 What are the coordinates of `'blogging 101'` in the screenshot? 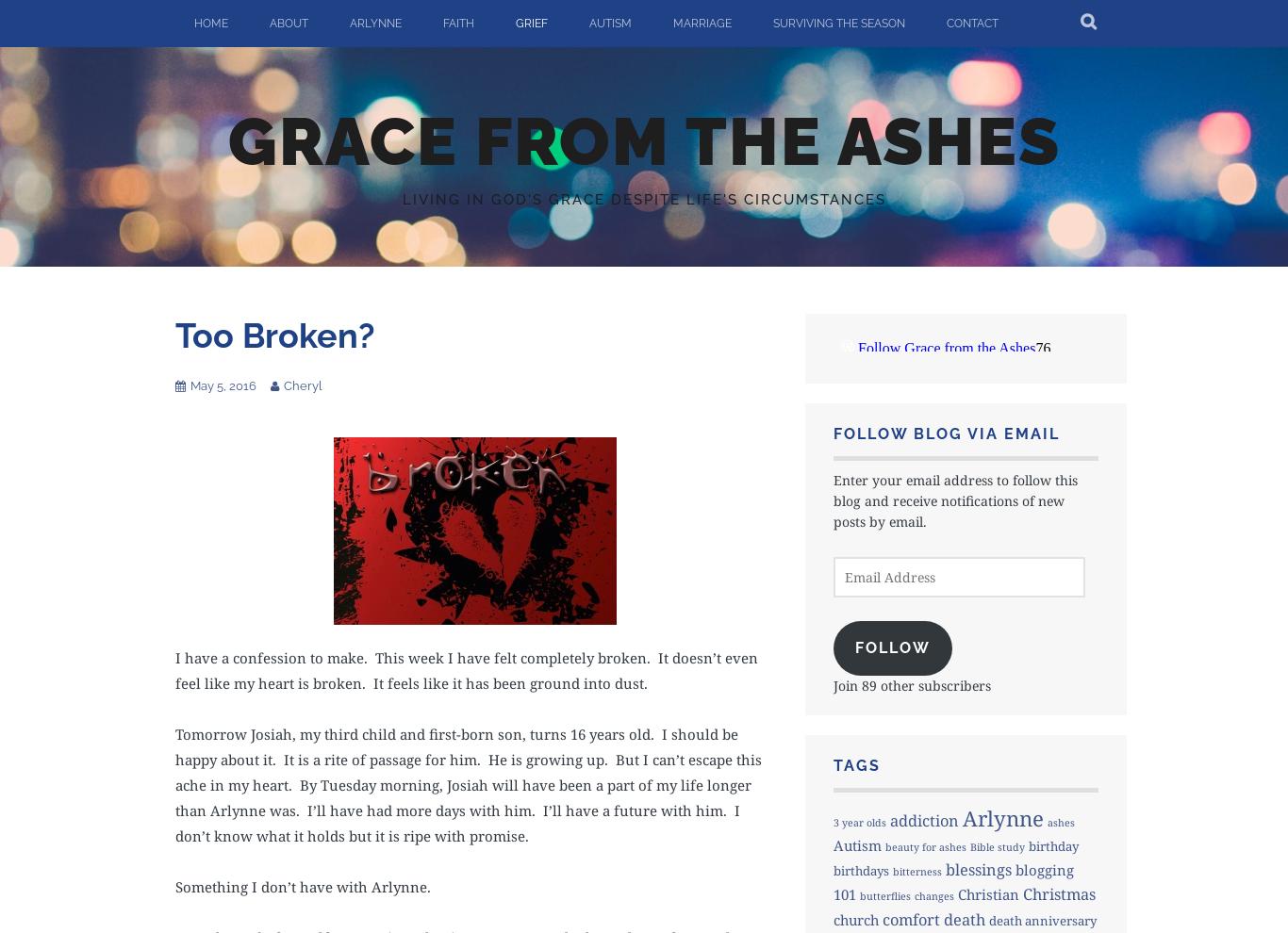 It's located at (952, 881).